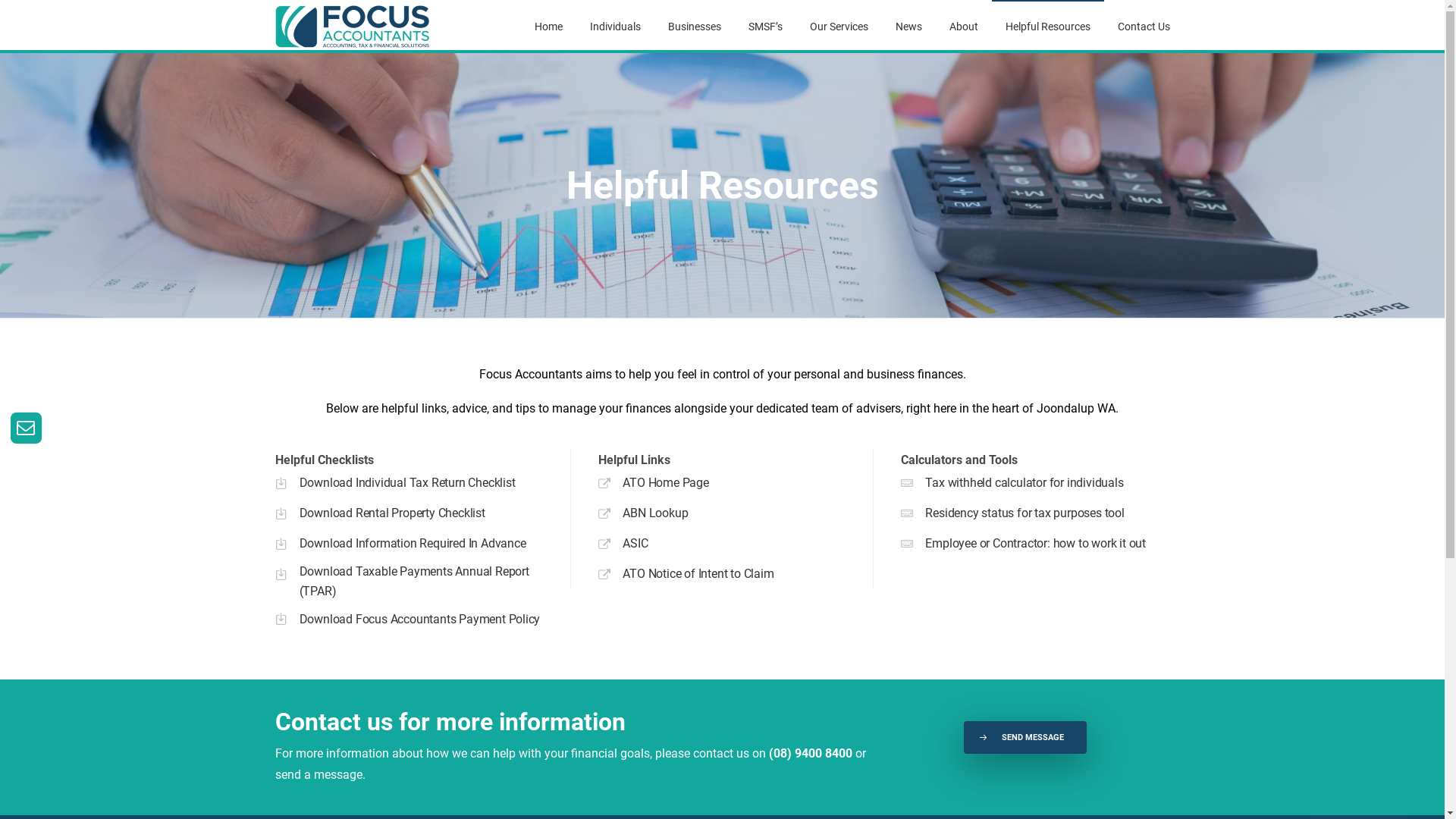 This screenshot has width=1456, height=819. What do you see at coordinates (908, 26) in the screenshot?
I see `'News'` at bounding box center [908, 26].